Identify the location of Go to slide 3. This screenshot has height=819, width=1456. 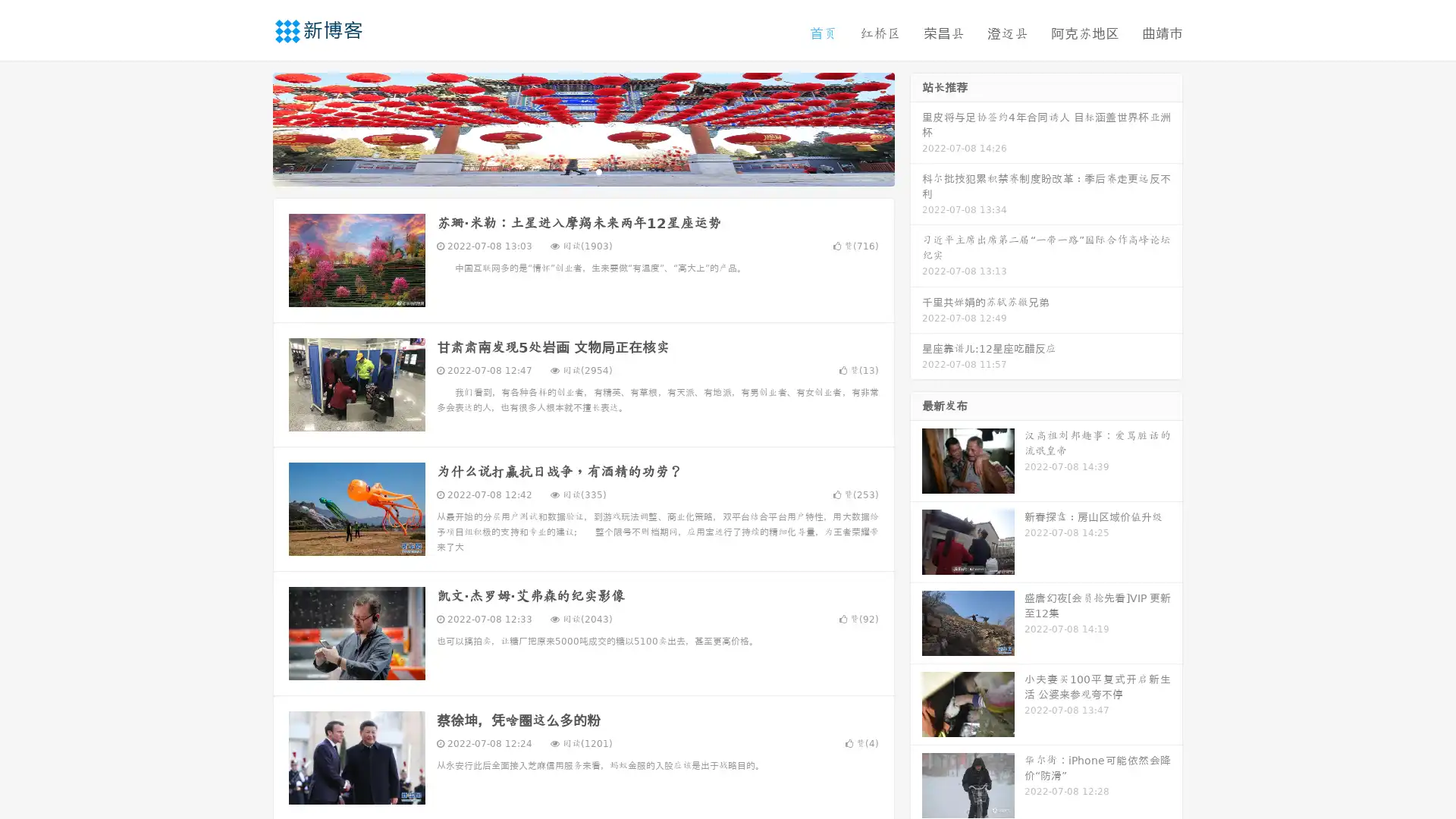
(598, 171).